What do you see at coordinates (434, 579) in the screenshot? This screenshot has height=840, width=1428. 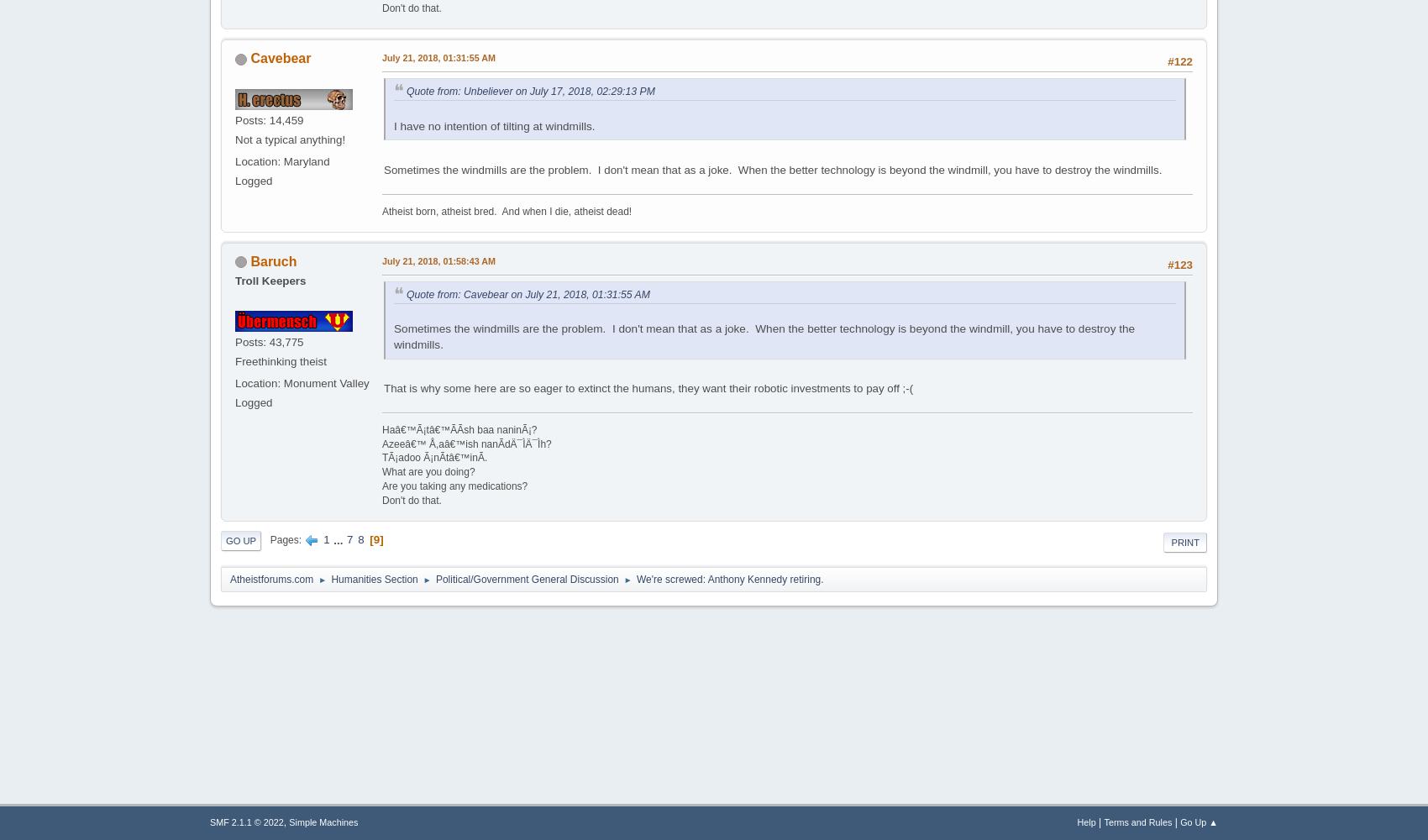 I see `'Political/Government General Discussion'` at bounding box center [434, 579].